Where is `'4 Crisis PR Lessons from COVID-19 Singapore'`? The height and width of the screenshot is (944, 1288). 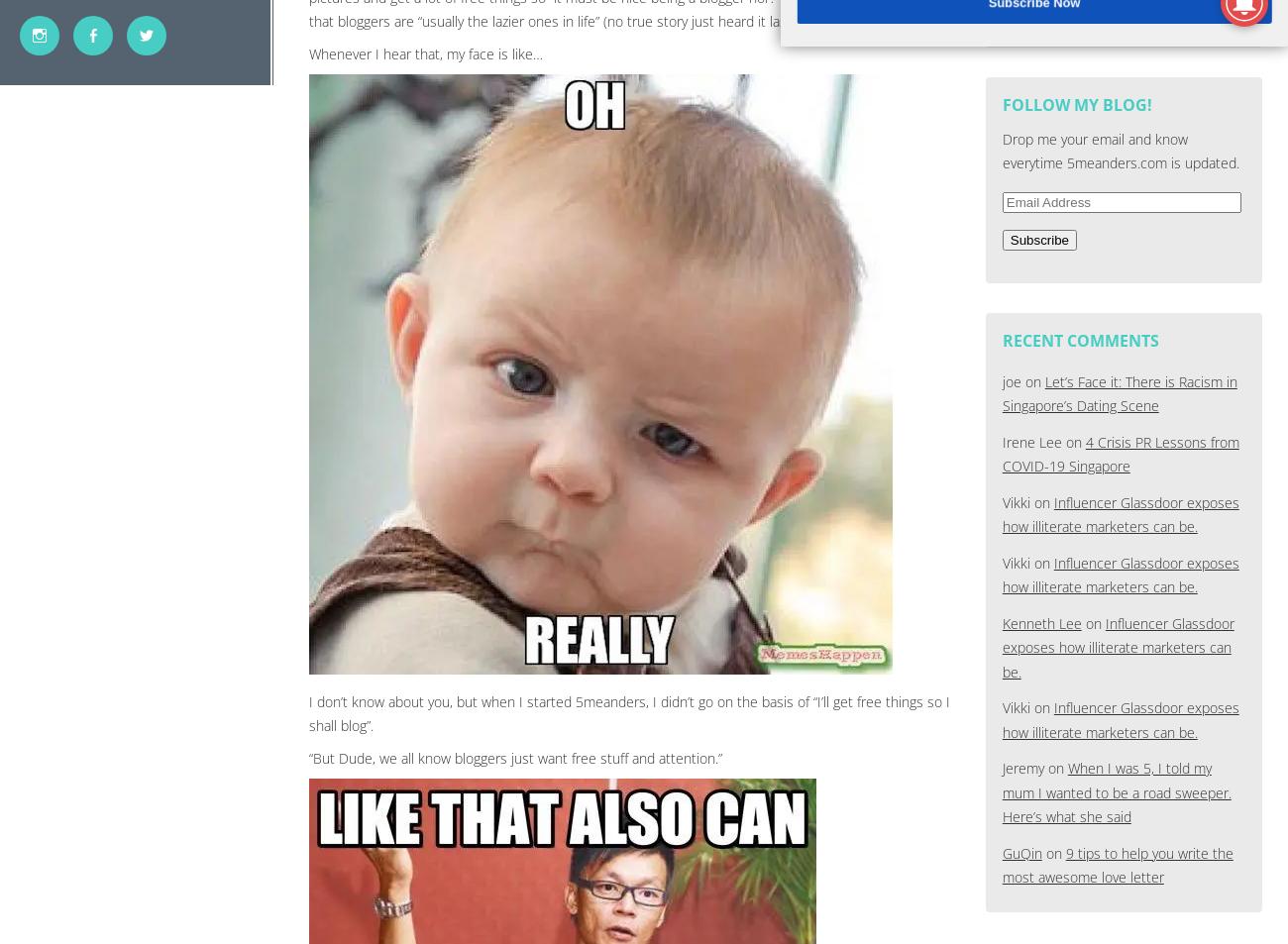
'4 Crisis PR Lessons from COVID-19 Singapore' is located at coordinates (1119, 453).